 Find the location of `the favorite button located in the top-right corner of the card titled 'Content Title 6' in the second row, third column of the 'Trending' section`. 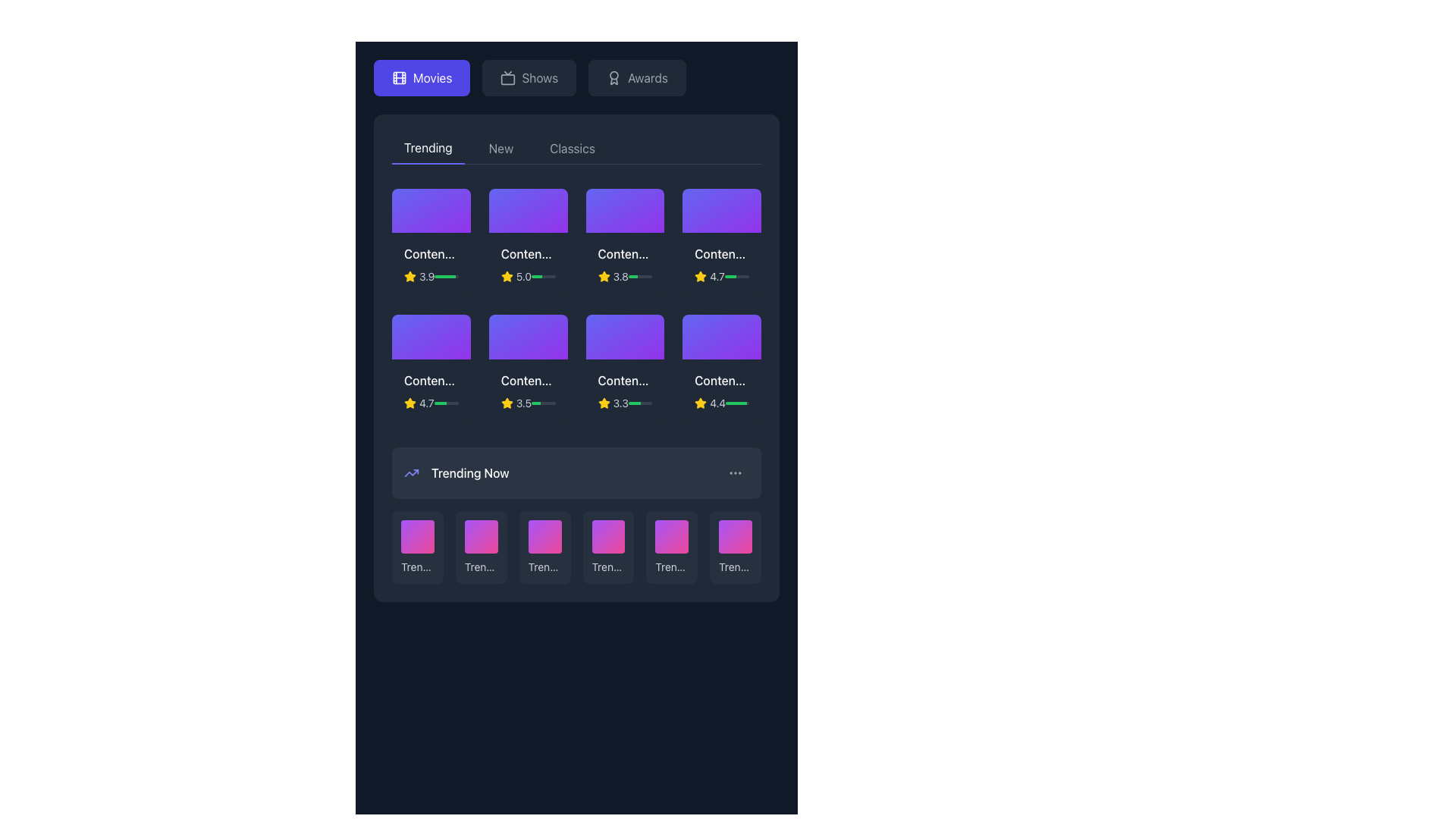

the favorite button located in the top-right corner of the card titled 'Content Title 6' in the second row, third column of the 'Trending' section is located at coordinates (551, 329).